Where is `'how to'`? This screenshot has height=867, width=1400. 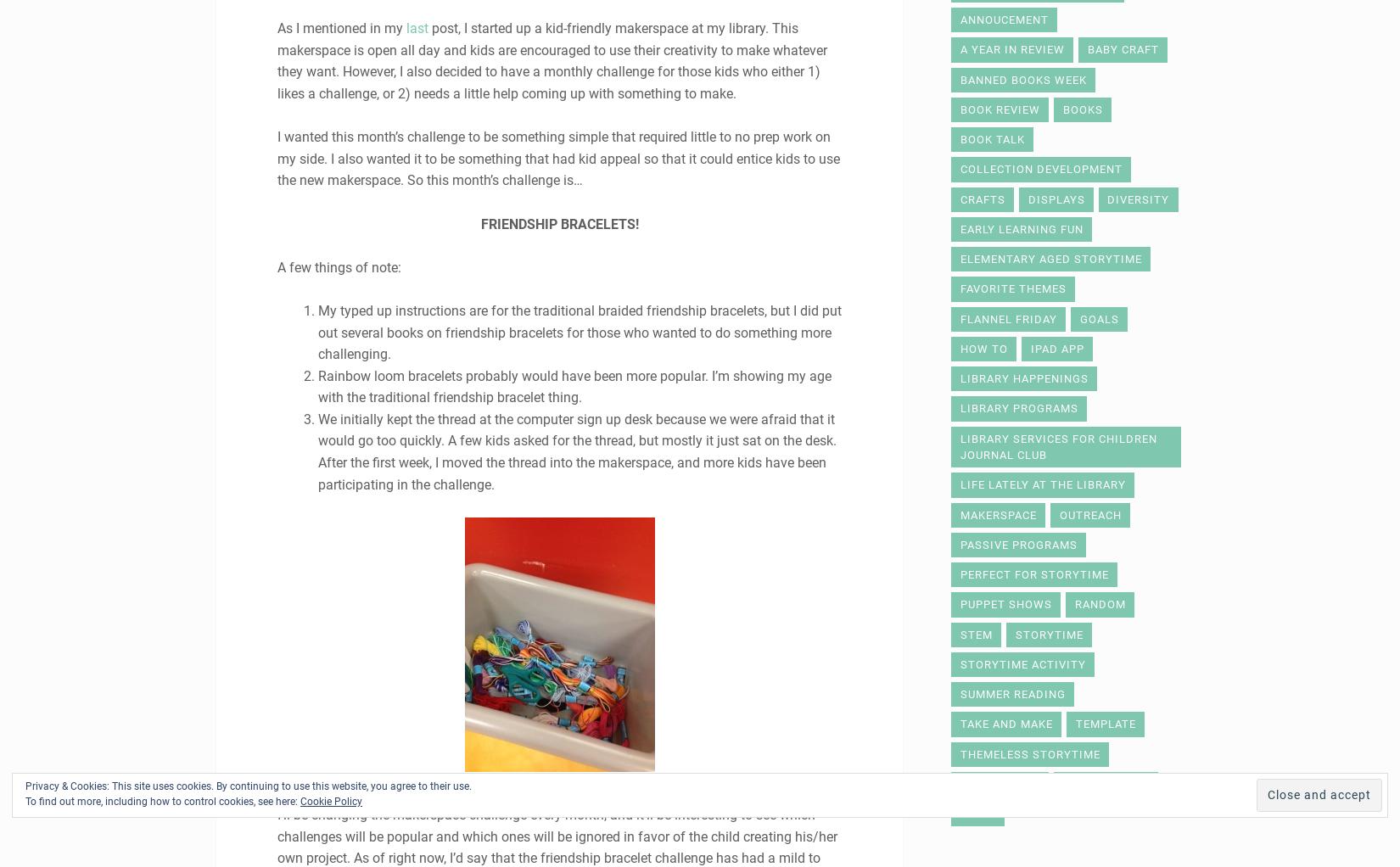
'how to' is located at coordinates (983, 348).